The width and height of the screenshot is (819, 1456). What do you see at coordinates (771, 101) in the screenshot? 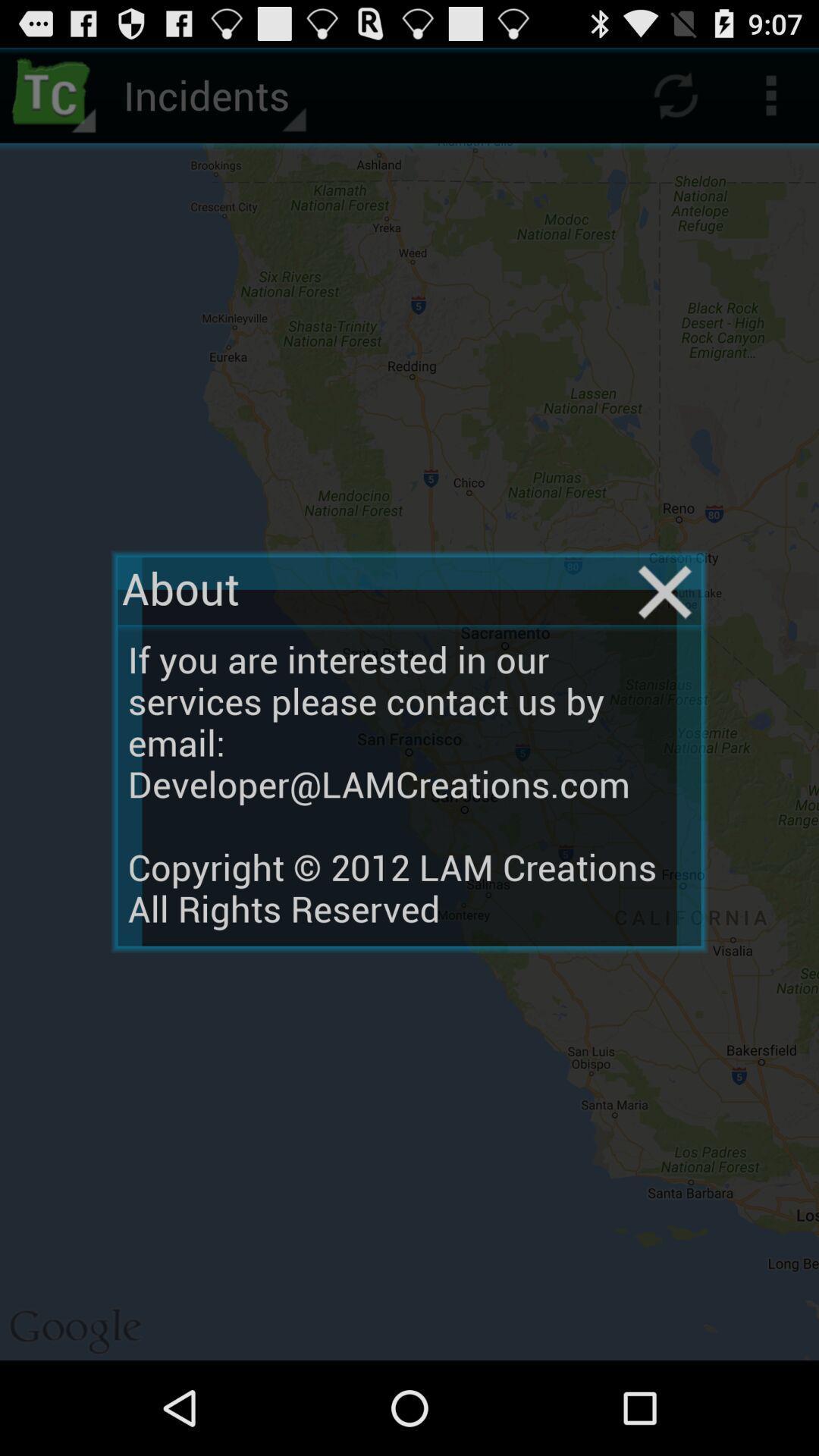
I see `the more icon` at bounding box center [771, 101].